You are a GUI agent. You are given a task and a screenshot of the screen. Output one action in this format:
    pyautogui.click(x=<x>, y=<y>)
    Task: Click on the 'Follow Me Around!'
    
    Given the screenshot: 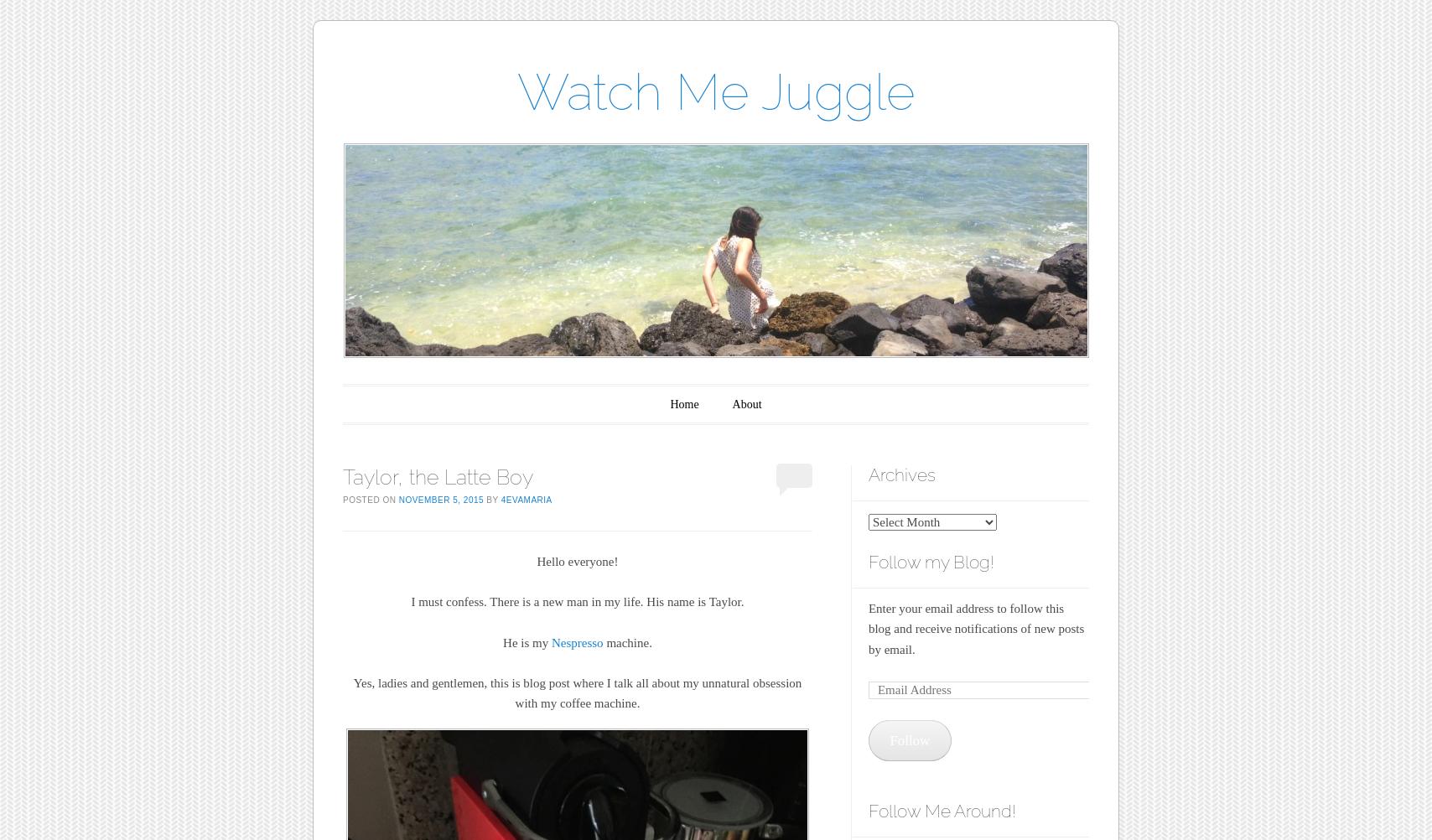 What is the action you would take?
    pyautogui.click(x=942, y=810)
    